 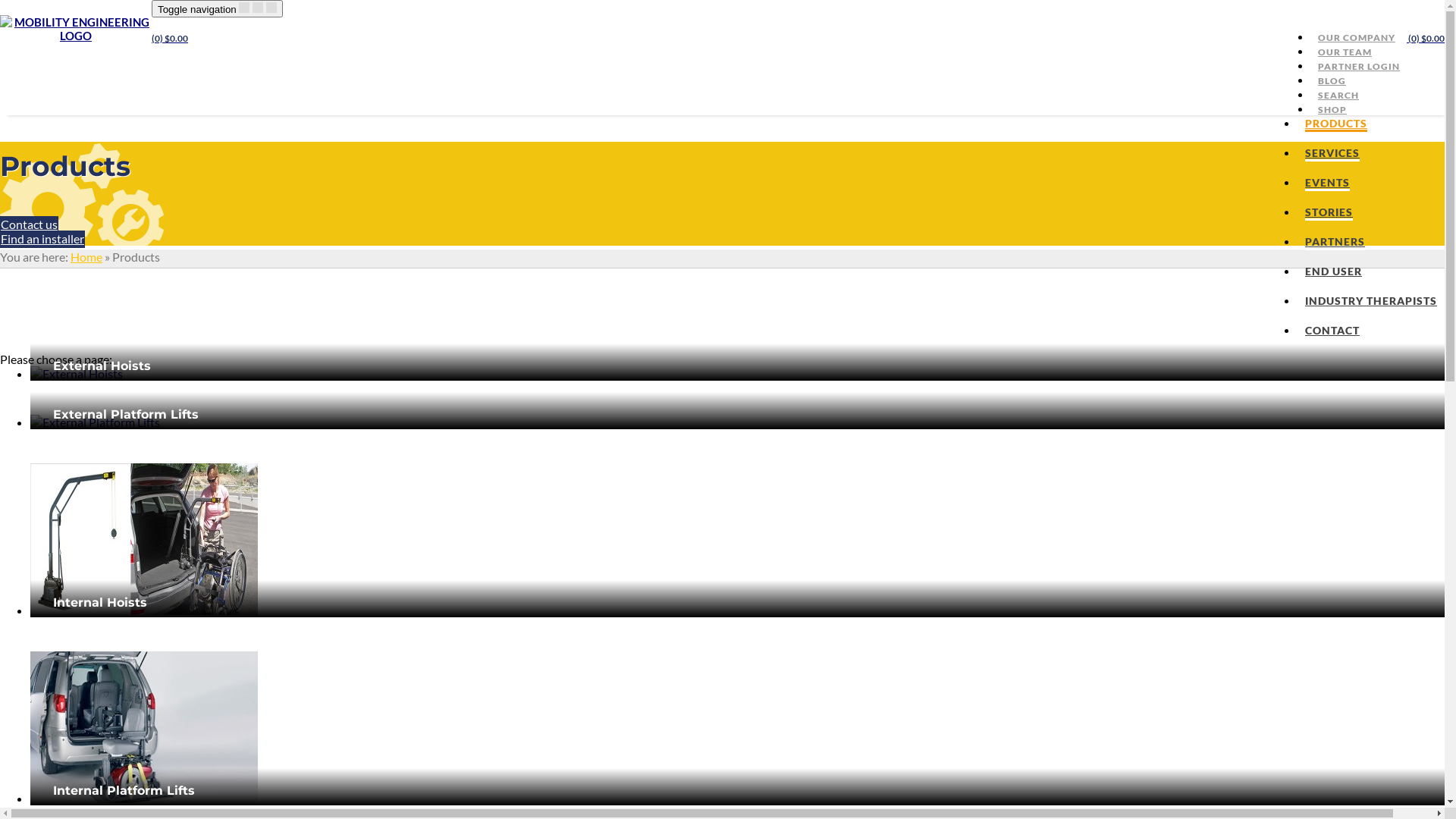 What do you see at coordinates (1335, 124) in the screenshot?
I see `'PRODUCTS'` at bounding box center [1335, 124].